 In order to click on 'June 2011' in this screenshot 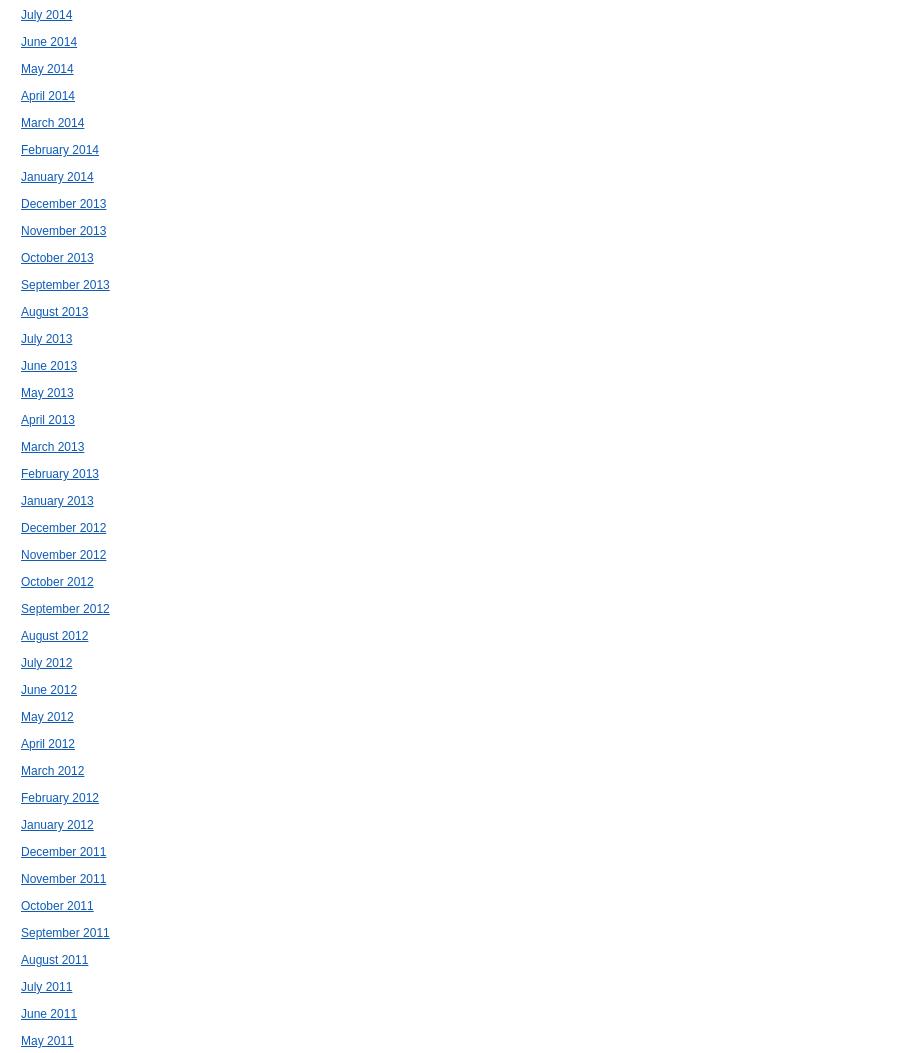, I will do `click(47, 1013)`.